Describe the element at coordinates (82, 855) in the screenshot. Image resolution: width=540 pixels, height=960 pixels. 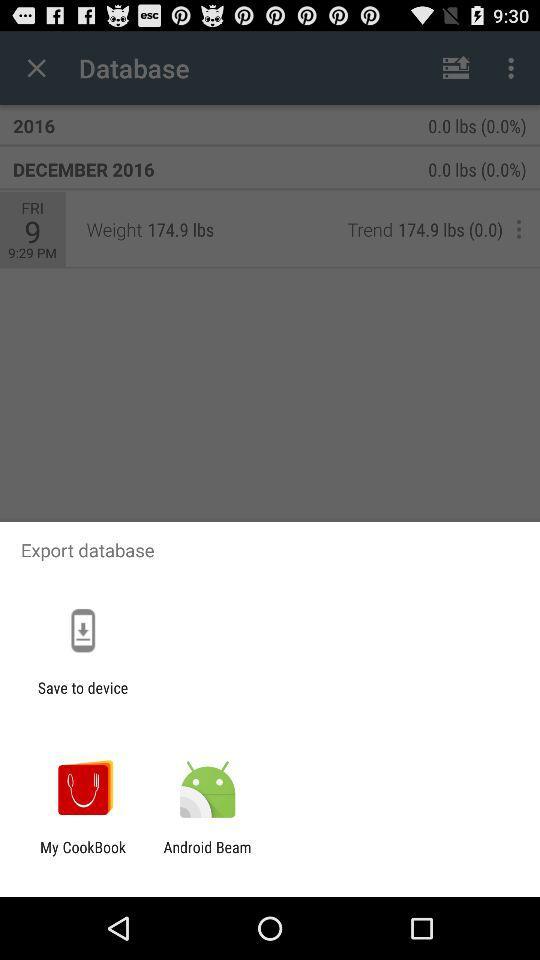
I see `app next to android beam` at that location.